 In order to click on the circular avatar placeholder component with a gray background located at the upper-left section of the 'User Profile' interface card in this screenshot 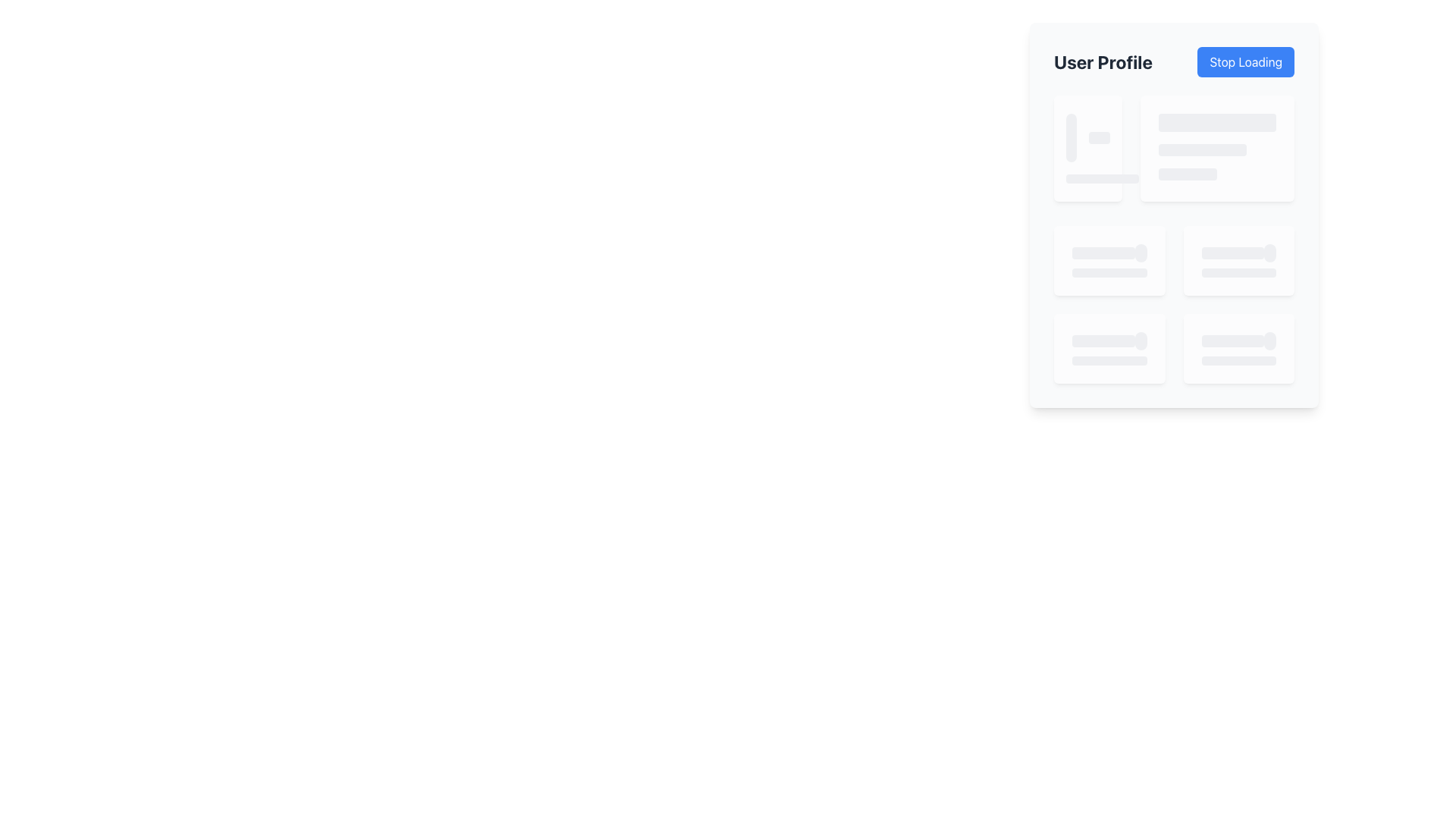, I will do `click(1070, 137)`.